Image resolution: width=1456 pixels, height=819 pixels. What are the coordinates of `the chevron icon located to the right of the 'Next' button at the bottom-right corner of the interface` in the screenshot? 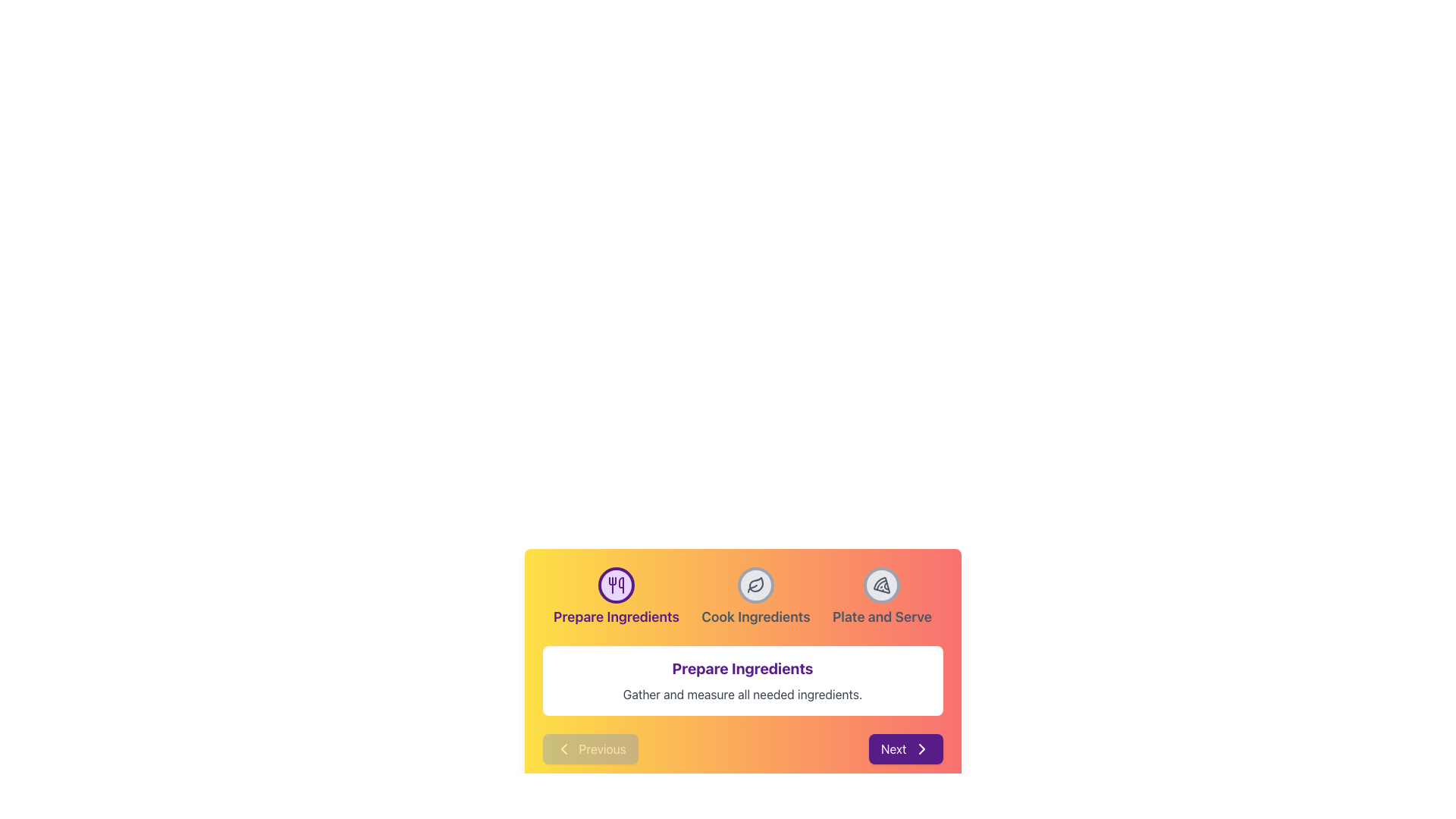 It's located at (921, 748).